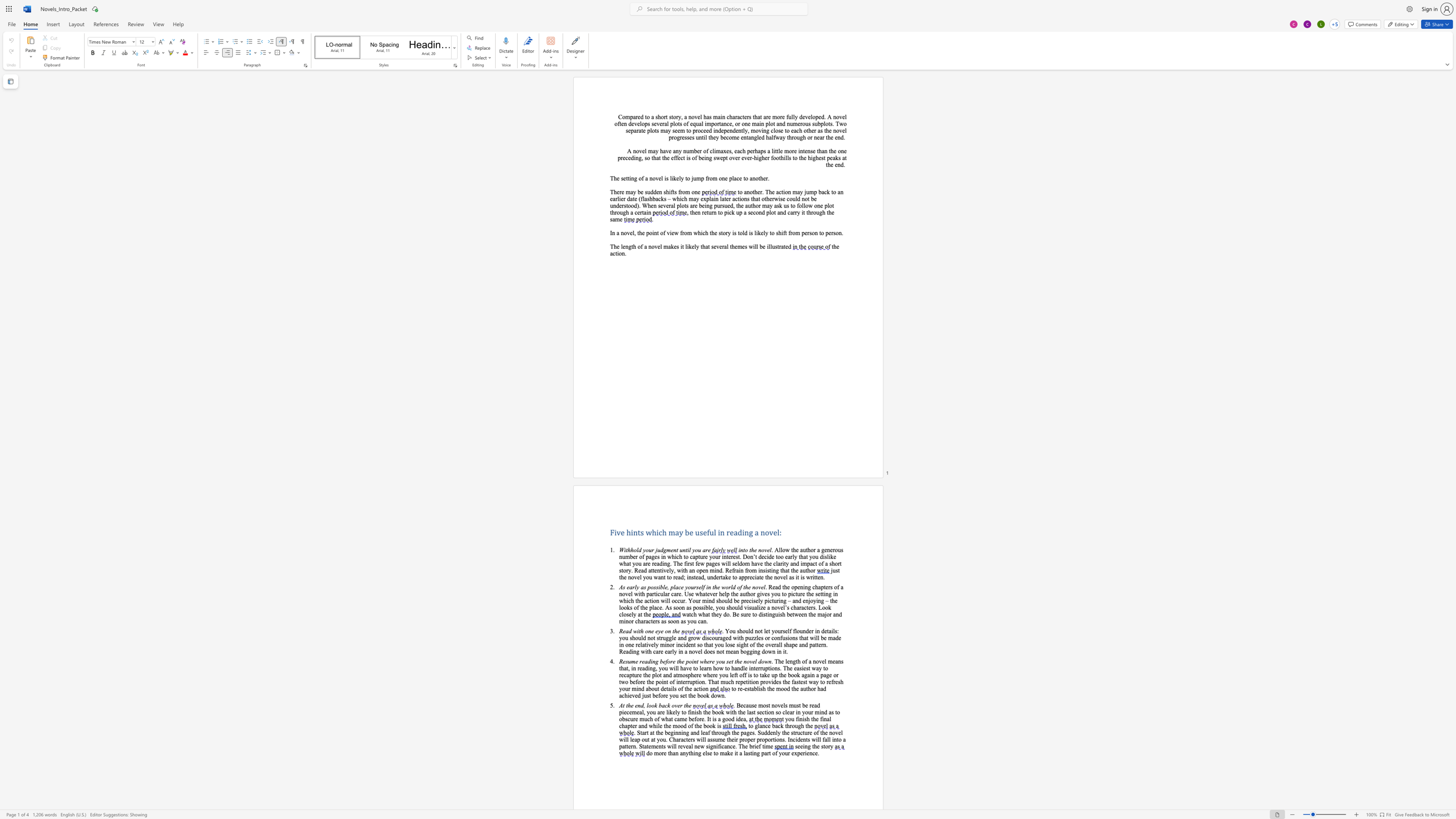 This screenshot has width=1456, height=819. Describe the element at coordinates (798, 192) in the screenshot. I see `the 3th character "a" in the text` at that location.